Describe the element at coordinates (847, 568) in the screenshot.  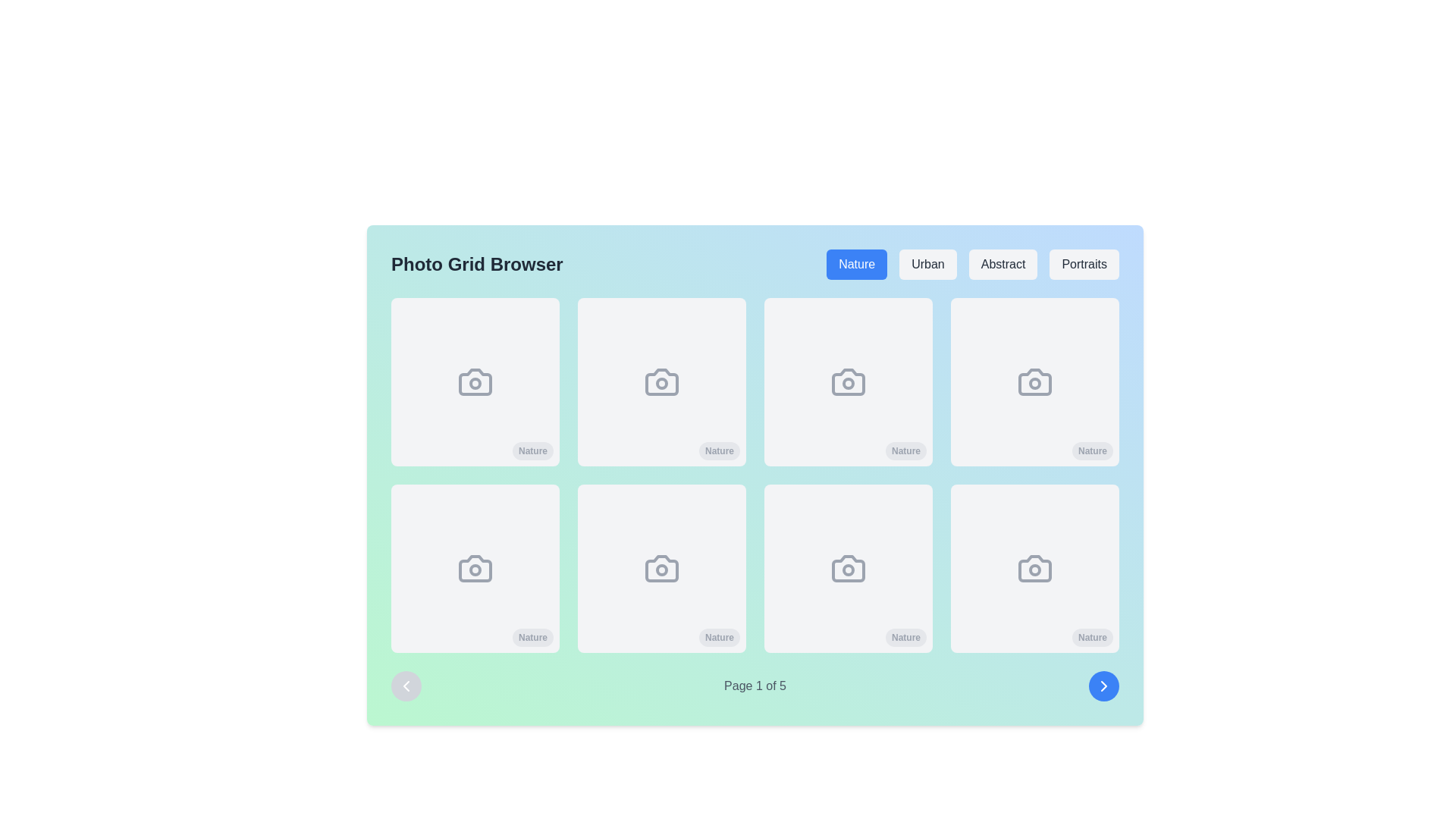
I see `the static display box related to 'Nature' located in the fourth column and second row of the grid layout` at that location.